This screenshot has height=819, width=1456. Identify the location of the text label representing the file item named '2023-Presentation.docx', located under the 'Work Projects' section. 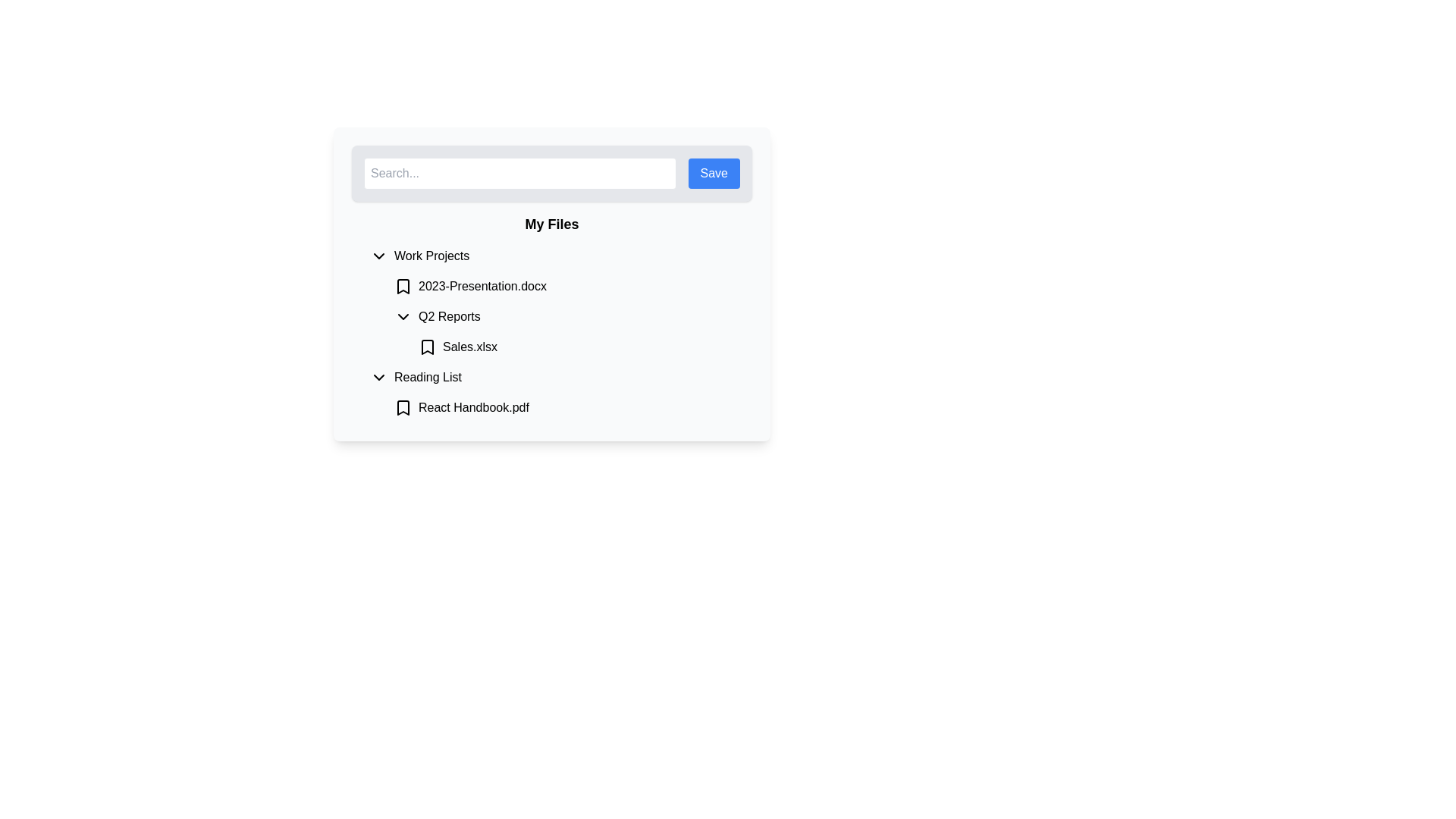
(482, 287).